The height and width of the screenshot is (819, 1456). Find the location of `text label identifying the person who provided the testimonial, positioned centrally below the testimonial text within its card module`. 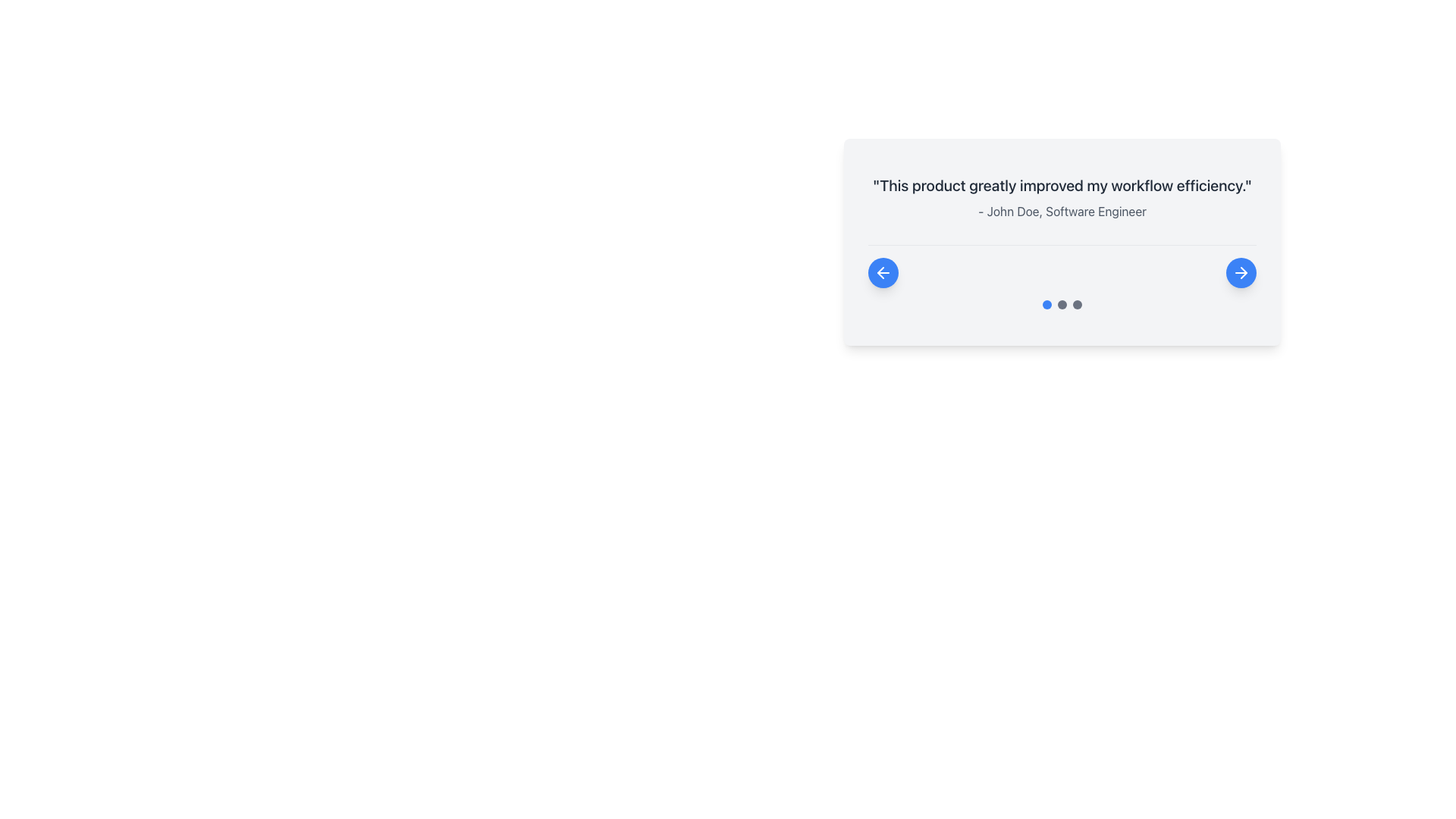

text label identifying the person who provided the testimonial, positioned centrally below the testimonial text within its card module is located at coordinates (1062, 211).